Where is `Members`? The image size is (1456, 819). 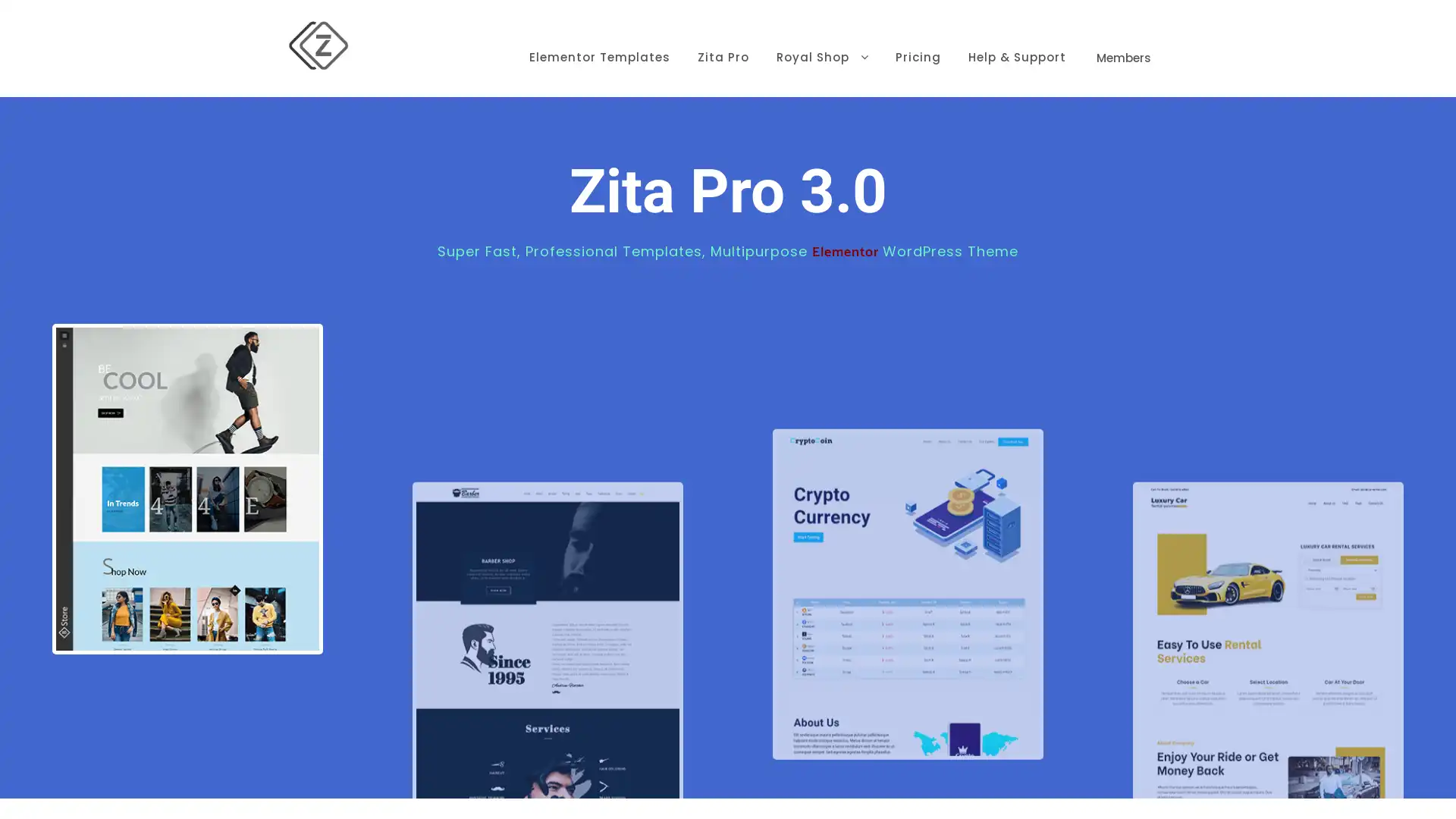
Members is located at coordinates (1124, 34).